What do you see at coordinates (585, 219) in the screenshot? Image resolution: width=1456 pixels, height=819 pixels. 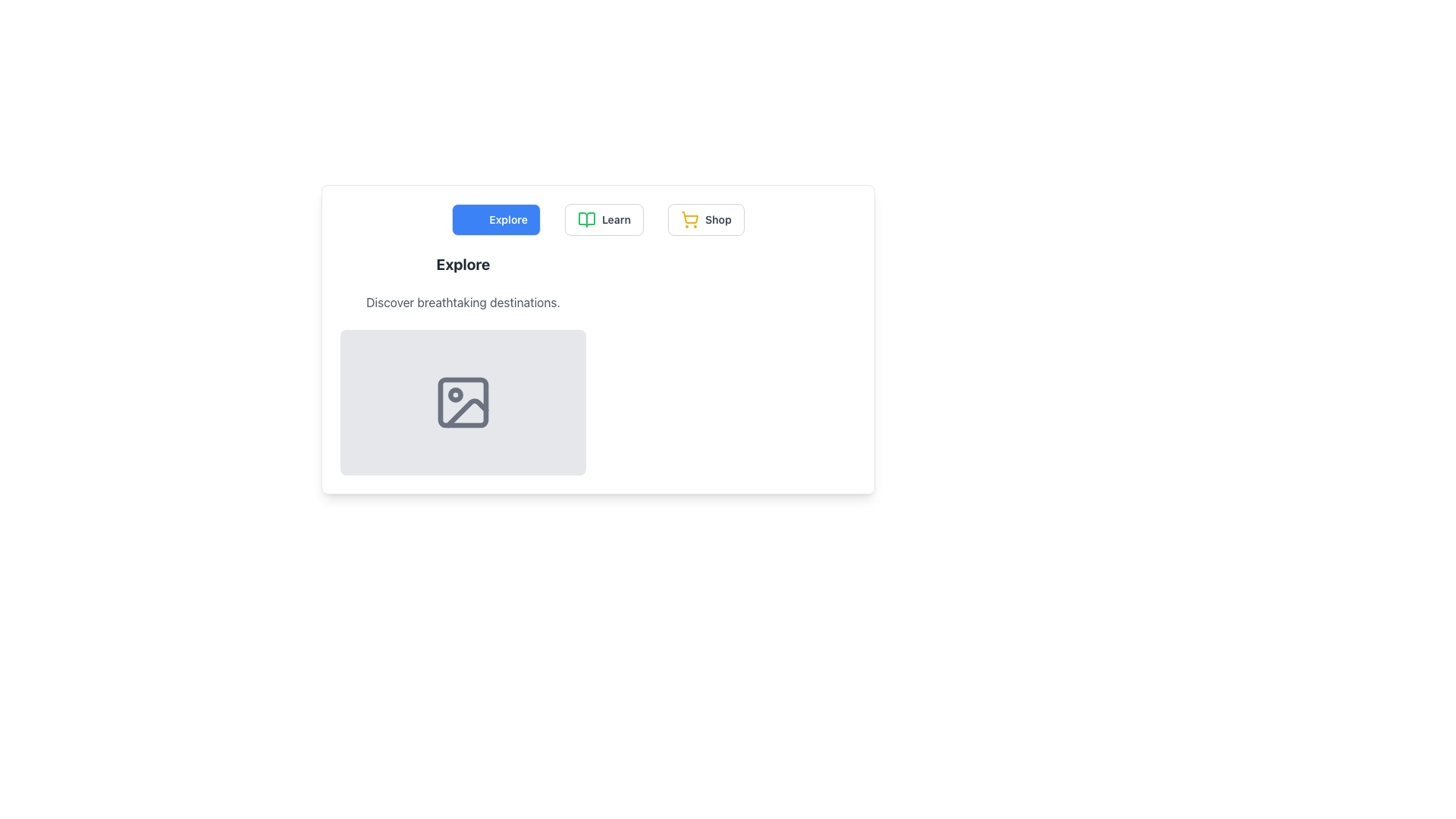 I see `the 'Learn' button icon which is positioned to the left of the text label 'Learn' and is surrounded by the 'Shop' button on the right and the 'Explore' button on the left` at bounding box center [585, 219].